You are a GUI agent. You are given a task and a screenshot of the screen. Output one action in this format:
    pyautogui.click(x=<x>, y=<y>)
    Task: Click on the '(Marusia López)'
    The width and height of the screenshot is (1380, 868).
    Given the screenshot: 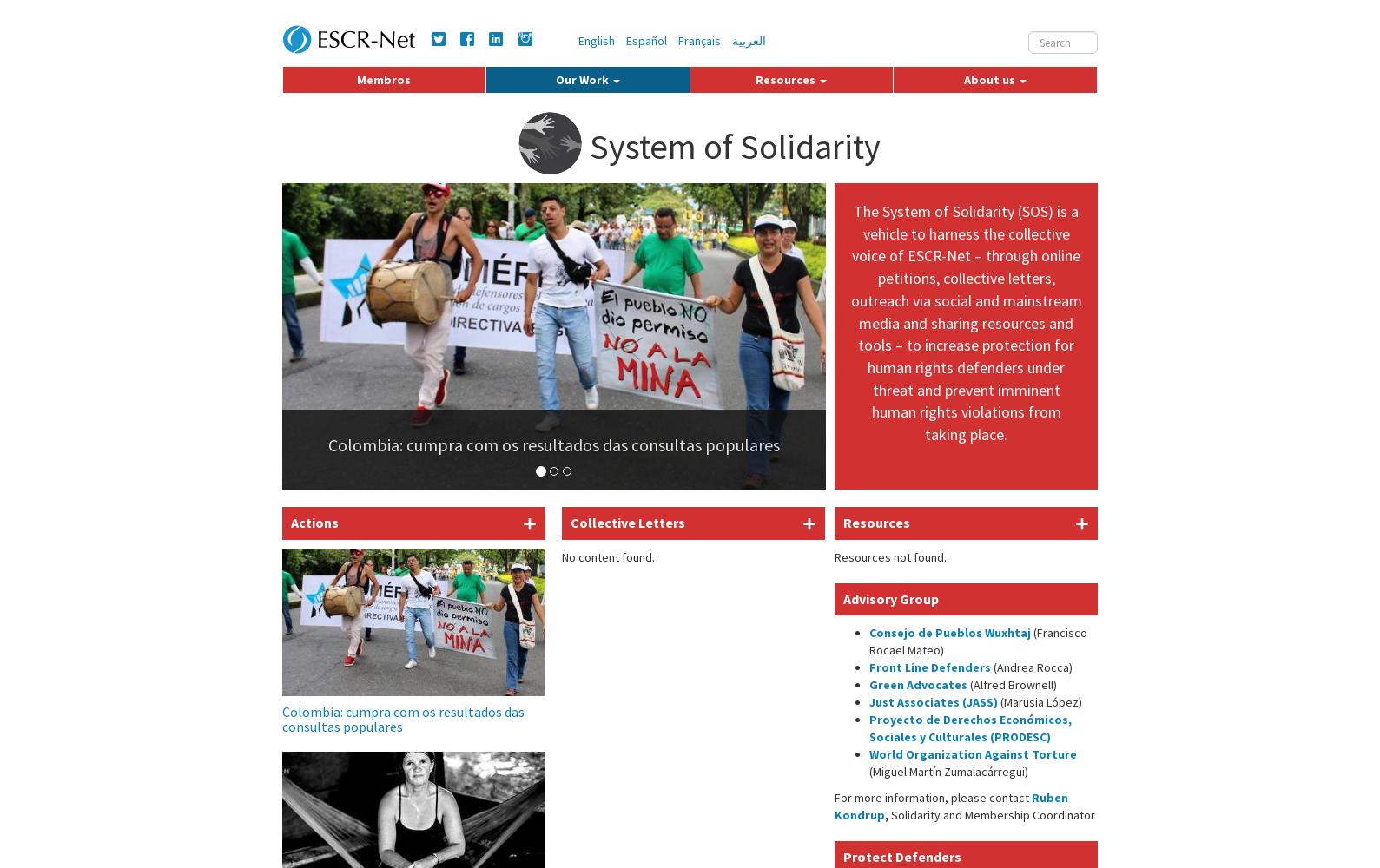 What is the action you would take?
    pyautogui.click(x=1000, y=702)
    